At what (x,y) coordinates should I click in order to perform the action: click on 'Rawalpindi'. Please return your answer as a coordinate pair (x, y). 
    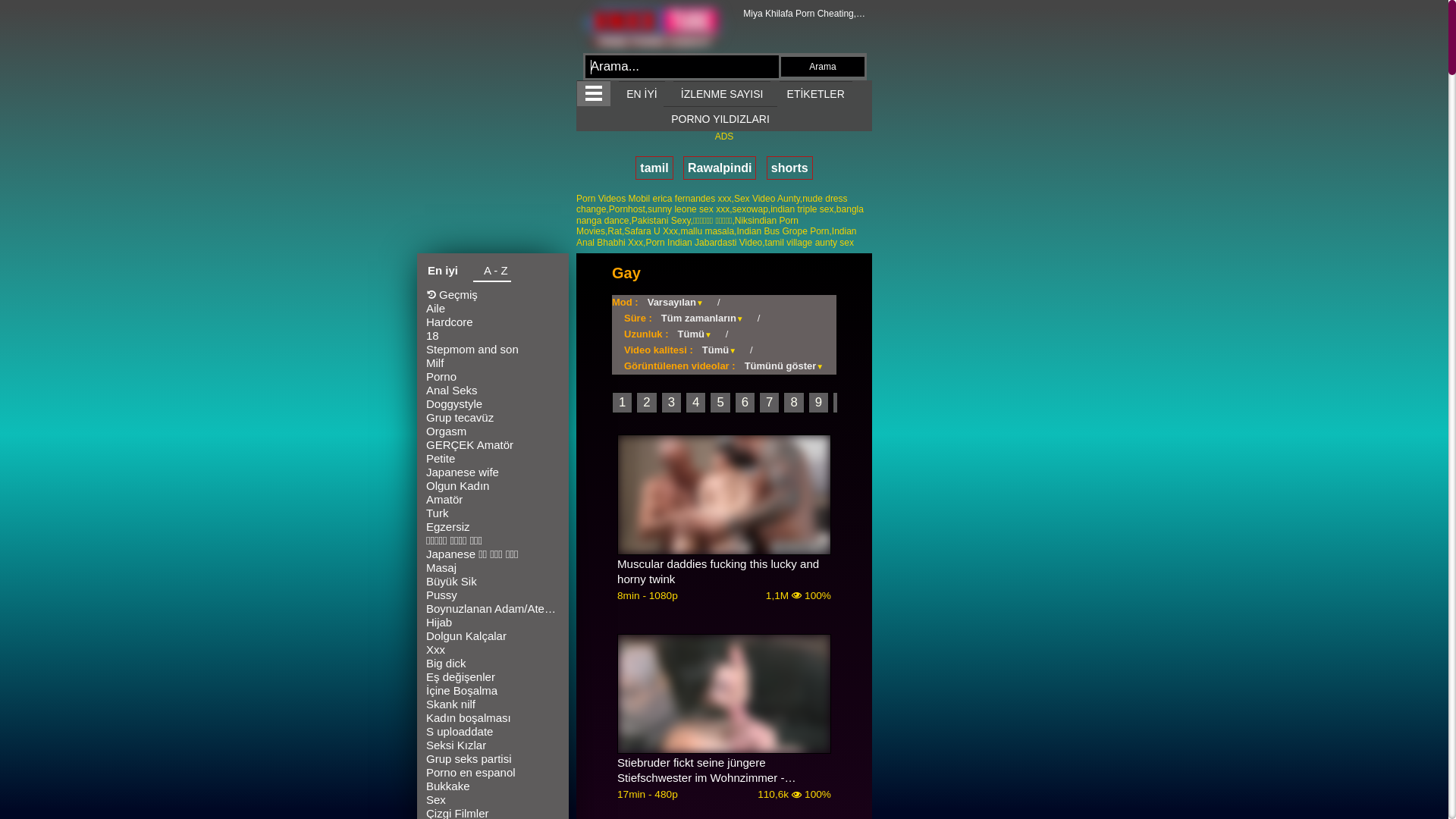
    Looking at the image, I should click on (719, 168).